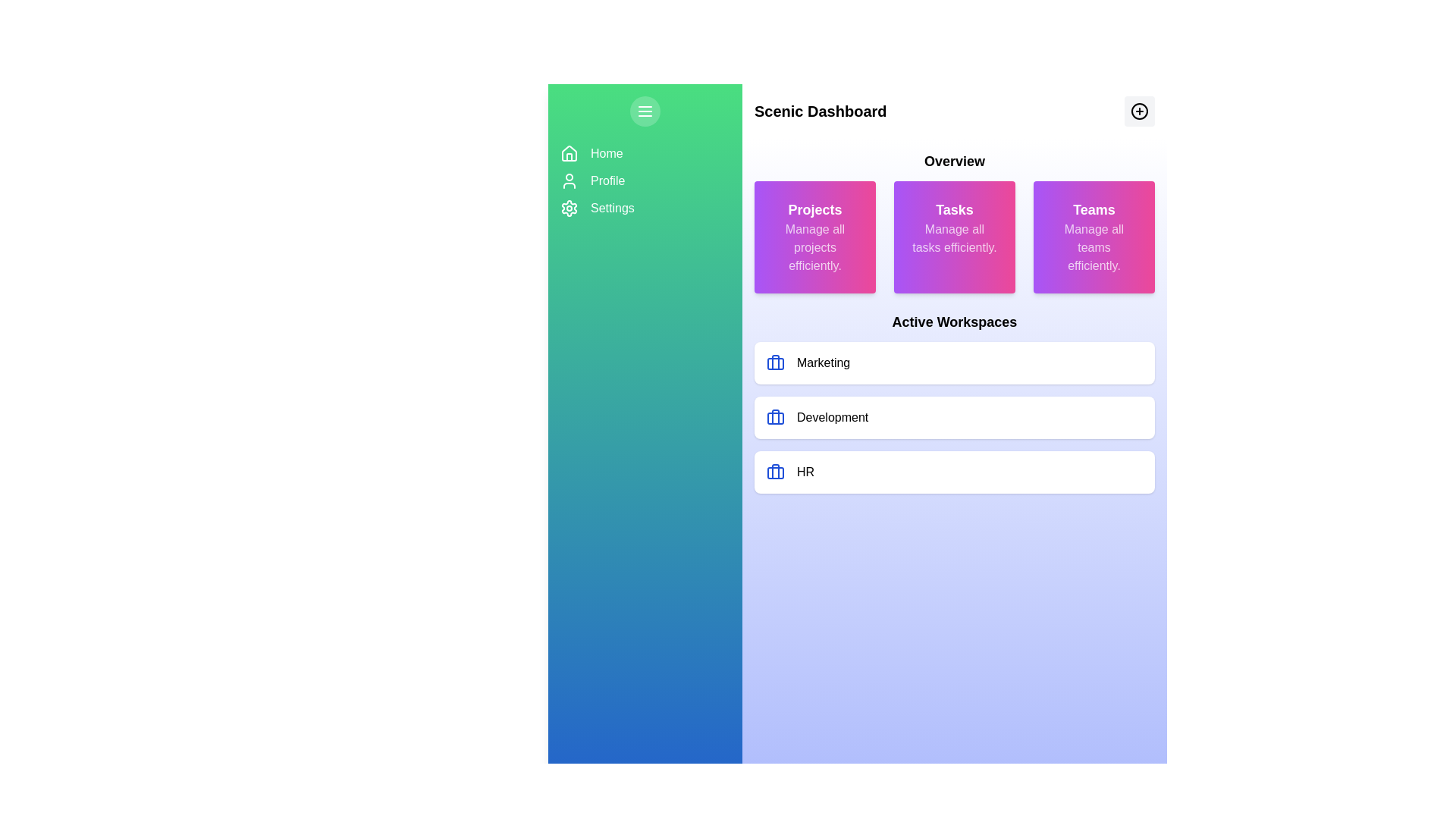 The width and height of the screenshot is (1456, 819). I want to click on the 'Home' icon graphic resembling a house located at the top of the left green panel, so click(568, 157).